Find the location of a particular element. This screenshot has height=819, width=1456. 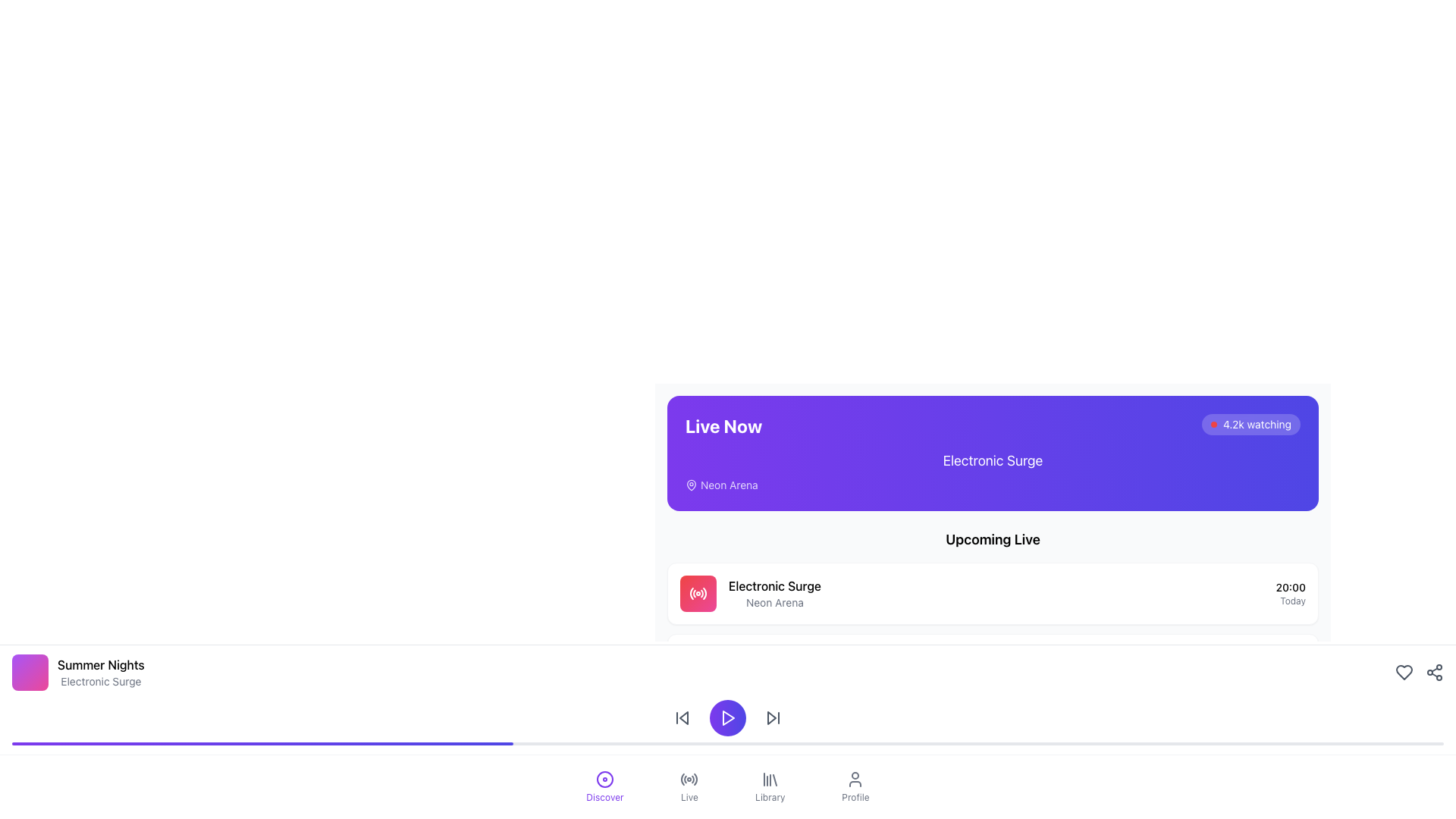

the 'Discover' text label in the navigation bar is located at coordinates (604, 797).